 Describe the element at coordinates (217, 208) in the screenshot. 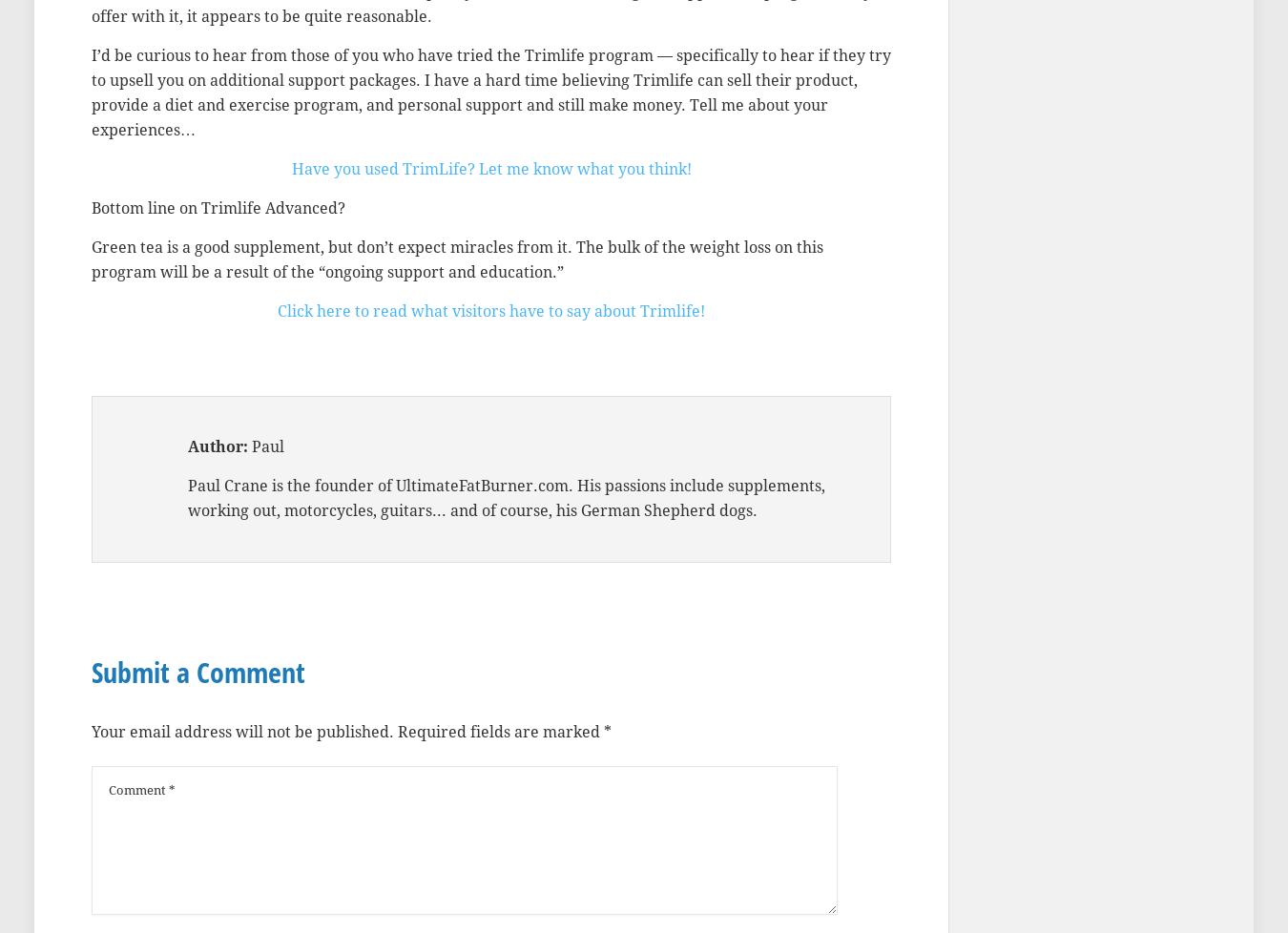

I see `'Bottom line on Trimlife Advanced?'` at that location.